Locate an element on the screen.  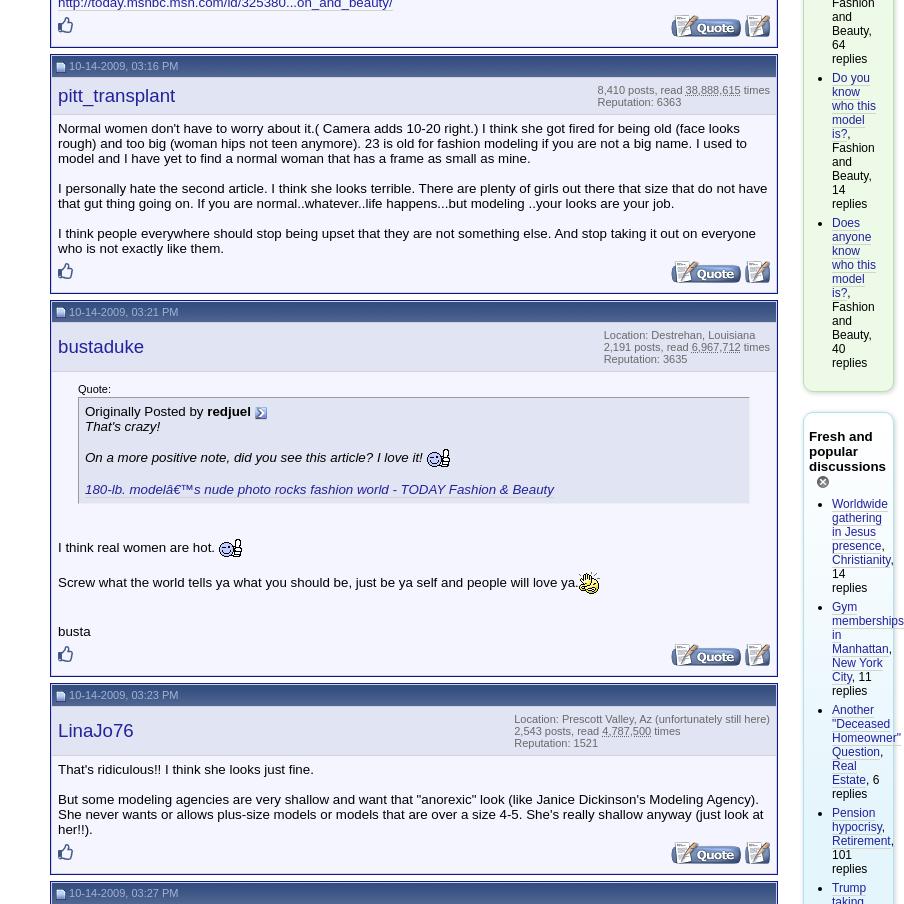
'180-lb. modelâ€™s nude photo rocks fashion world - TODAY Fashion & Beauty' is located at coordinates (84, 488).